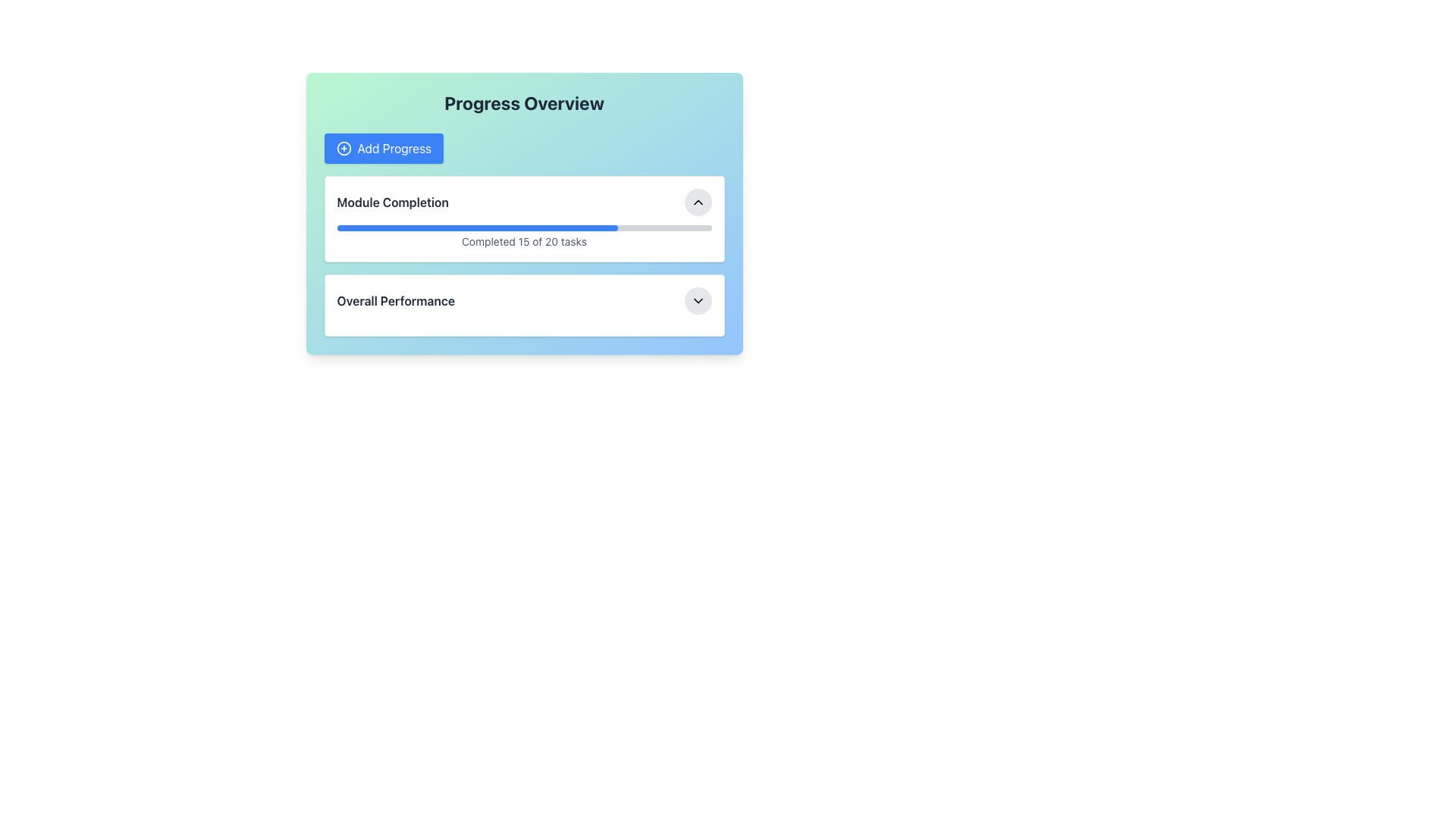 This screenshot has height=819, width=1456. What do you see at coordinates (697, 201) in the screenshot?
I see `the circular button with a light gray background and an upward-pointing chevron icon located in the 'Module Completion' section` at bounding box center [697, 201].